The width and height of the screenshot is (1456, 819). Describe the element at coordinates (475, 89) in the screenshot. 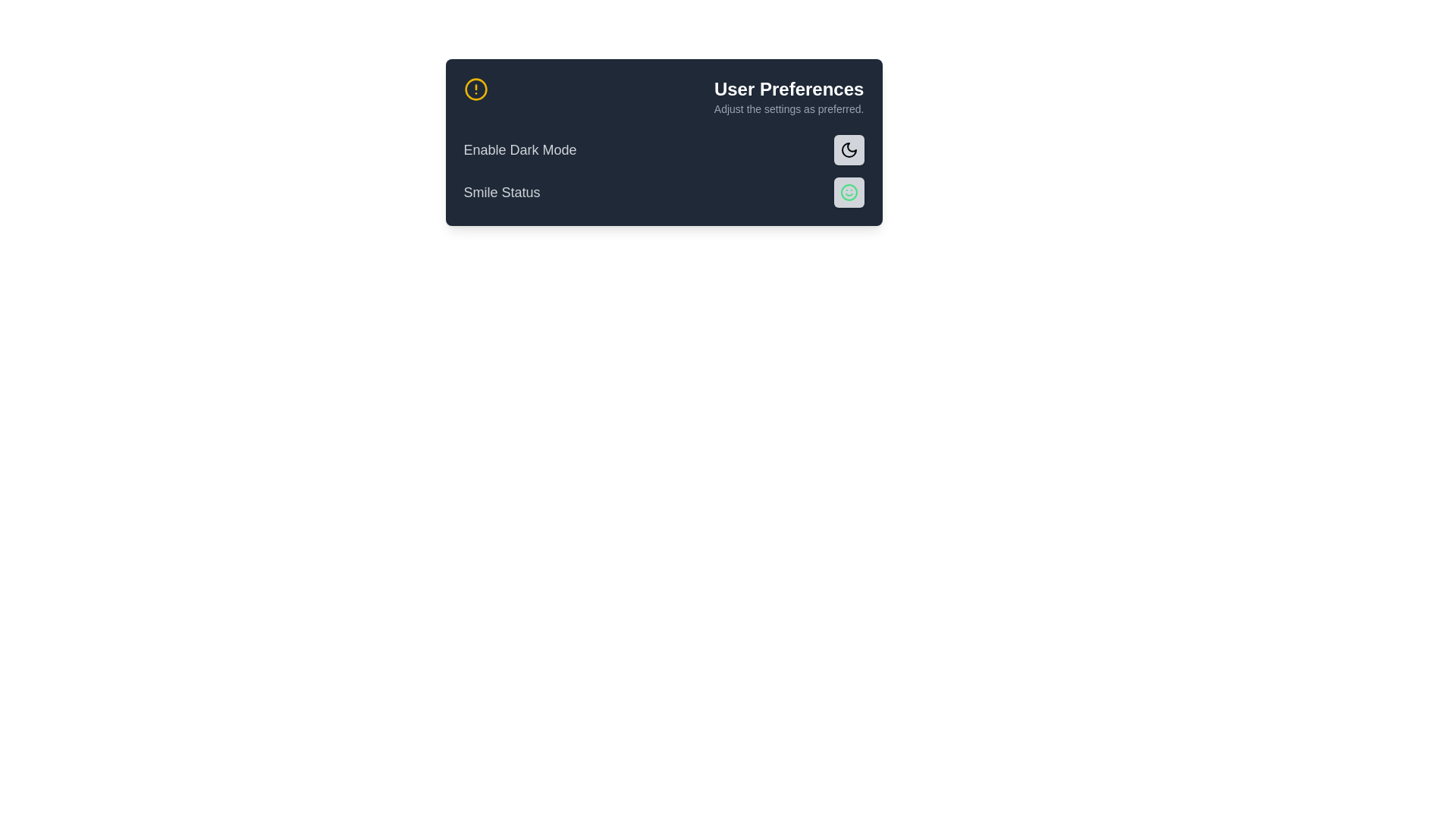

I see `the circular icon with a yellow outline and an exclamation mark, located to the far-left of the 'User Preferences' header area` at that location.